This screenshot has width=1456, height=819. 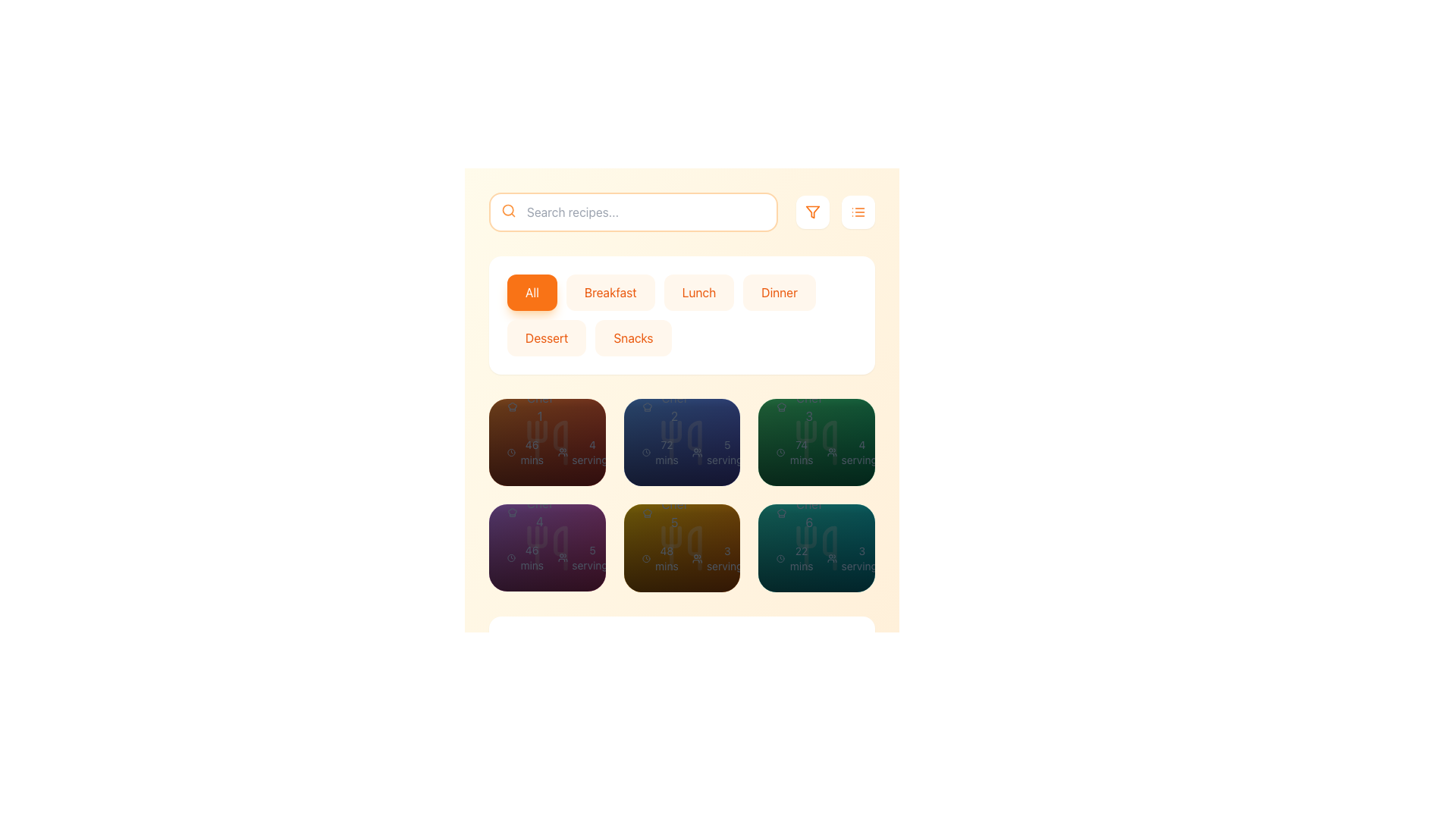 What do you see at coordinates (681, 442) in the screenshot?
I see `SVG icon with a gradient and text elements indicating time and servings, located in the third column of the first row of a 3x2 grid layout` at bounding box center [681, 442].